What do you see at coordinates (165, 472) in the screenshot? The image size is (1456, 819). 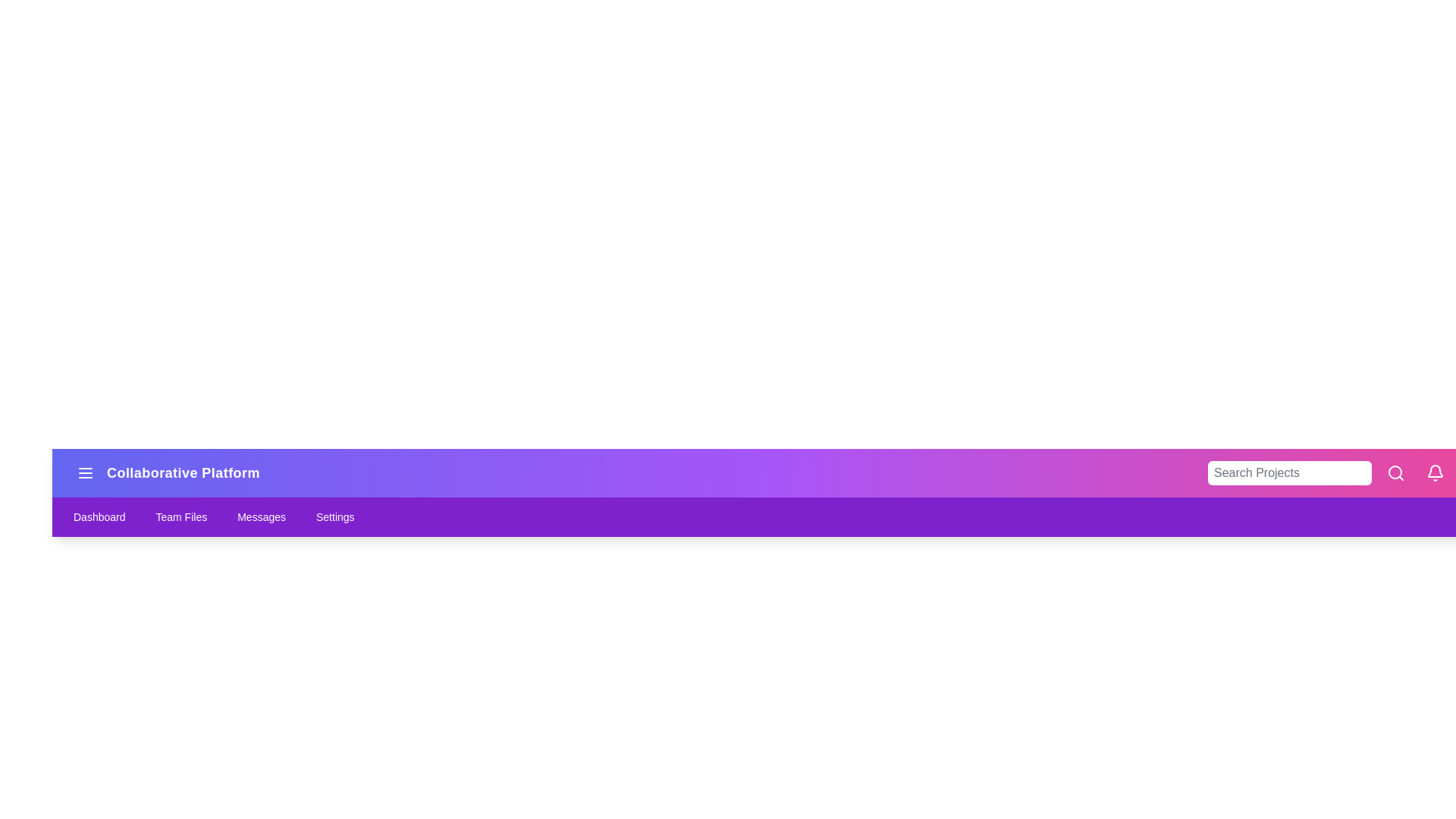 I see `text of the label with a purple background displaying 'Collaborative Platform' located in the top-left section of the navigation bar` at bounding box center [165, 472].